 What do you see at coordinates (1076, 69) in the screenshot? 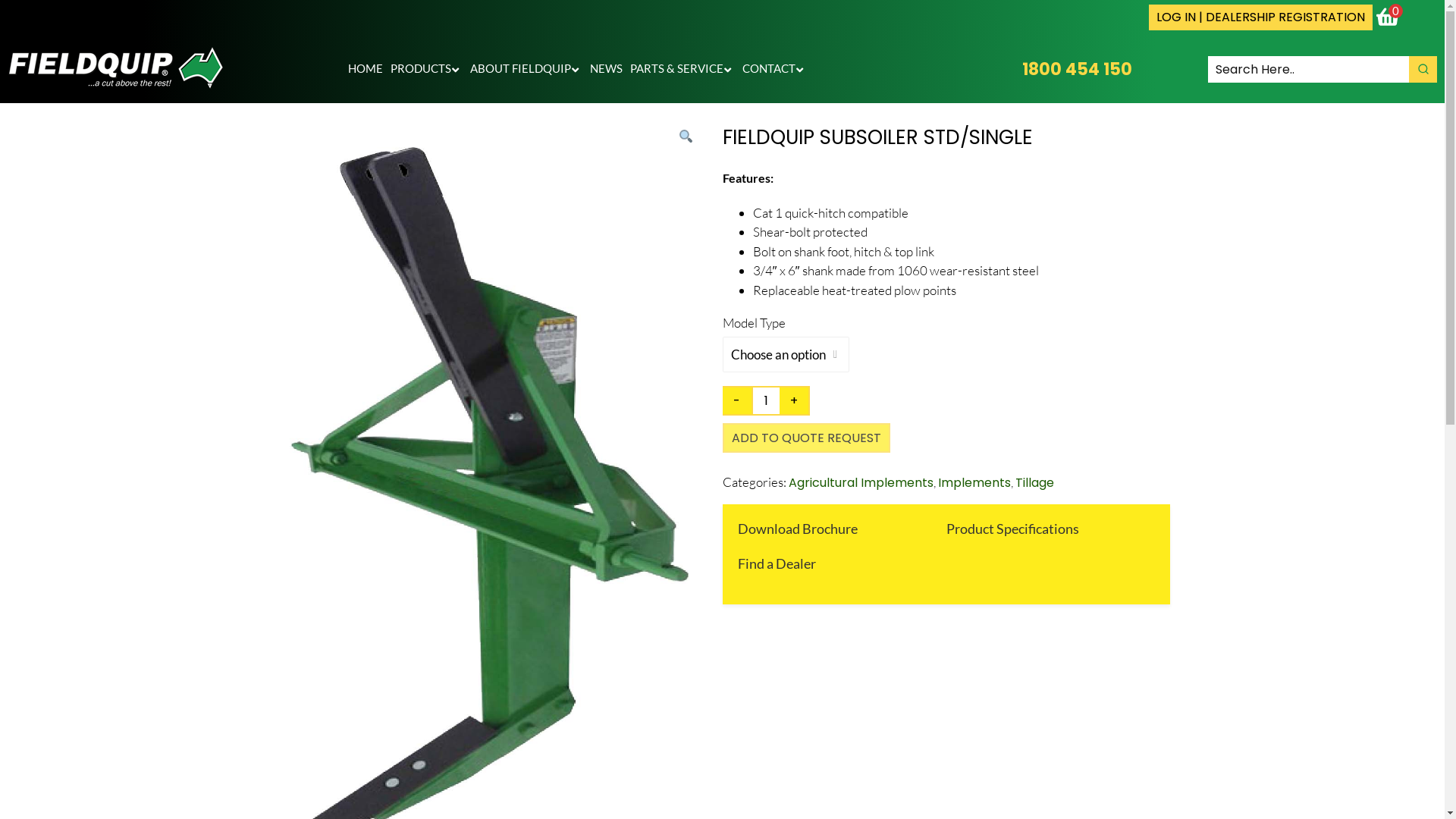
I see `'1800 454 150'` at bounding box center [1076, 69].